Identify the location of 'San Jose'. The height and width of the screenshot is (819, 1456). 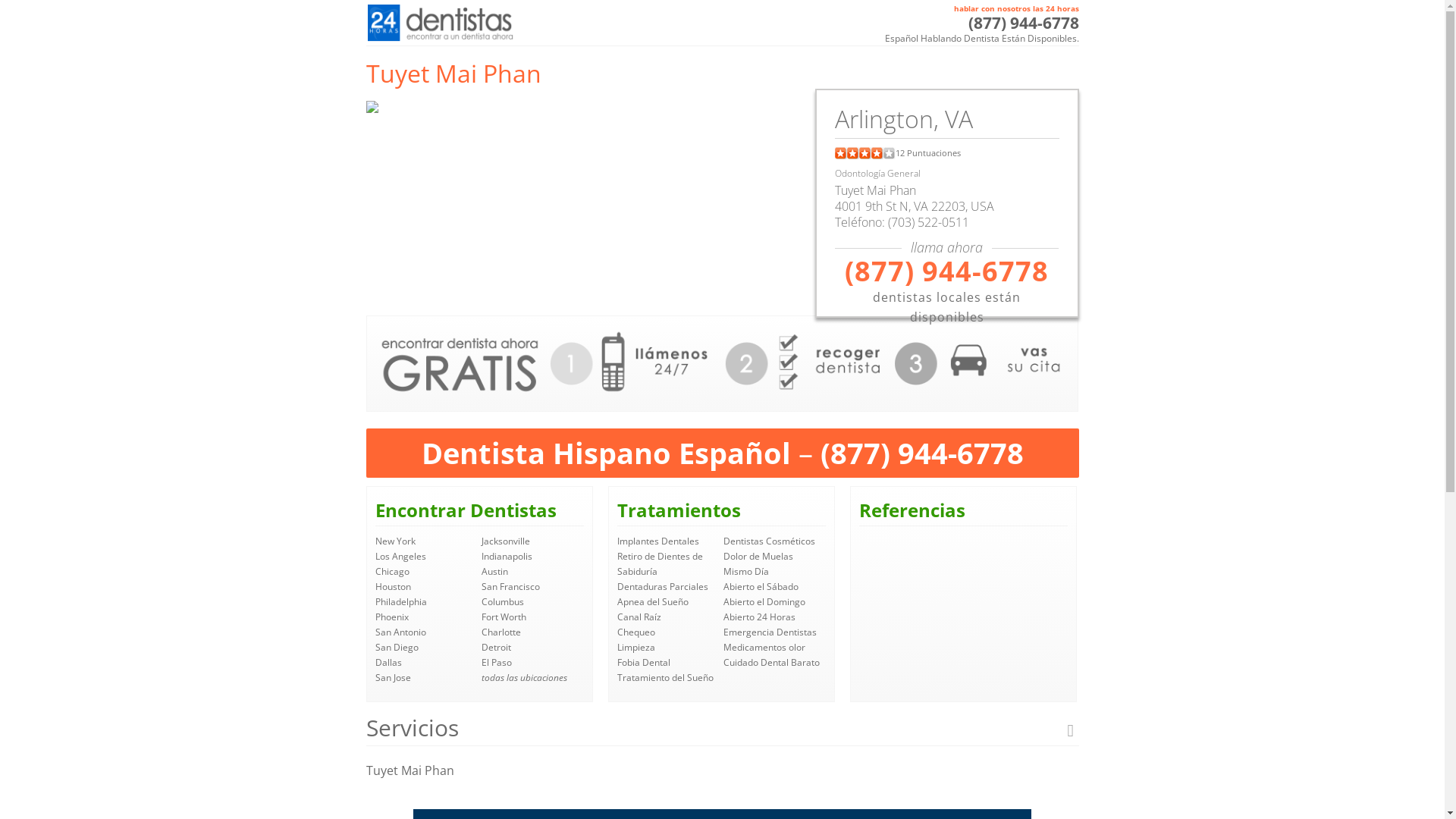
(392, 676).